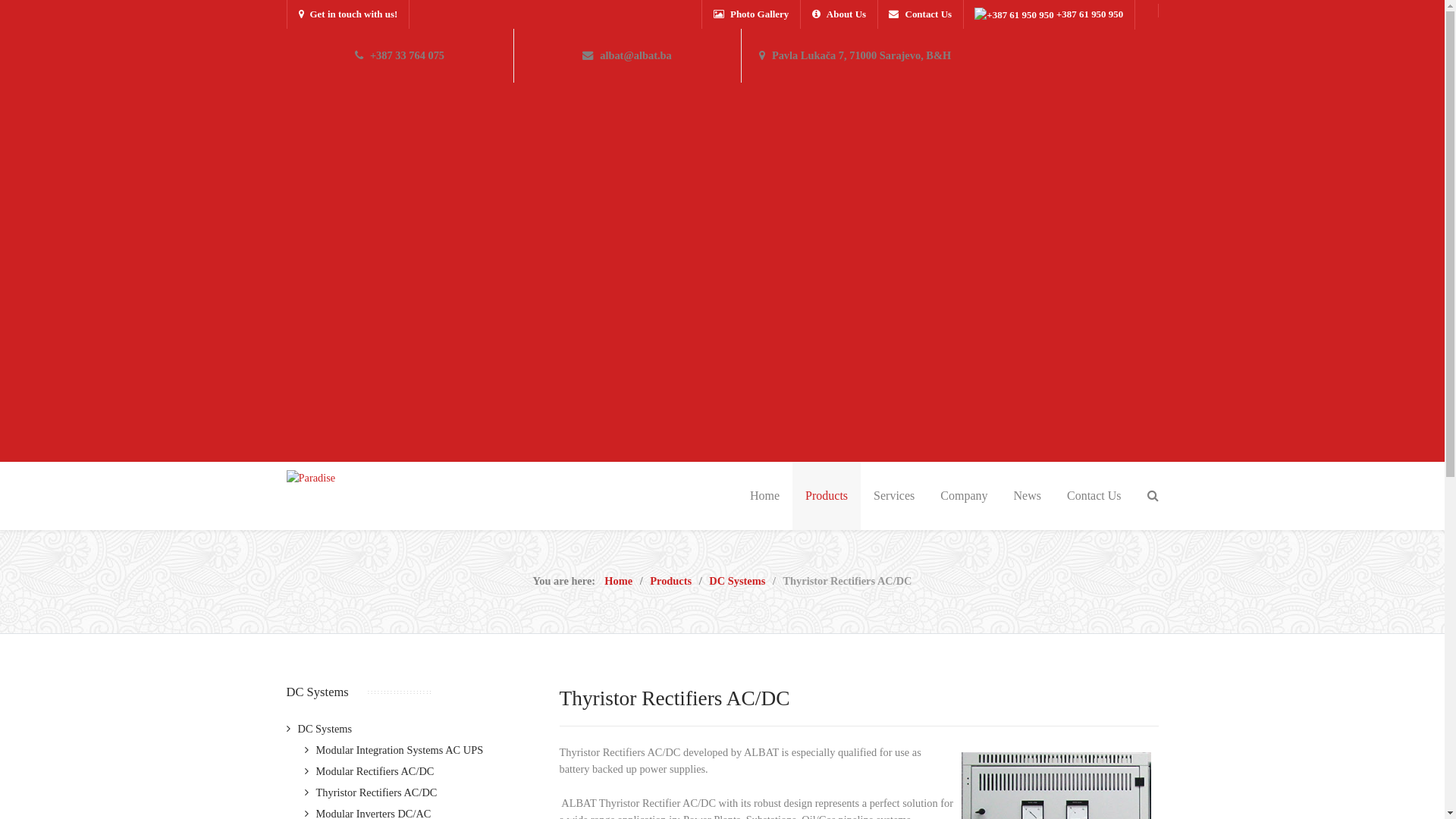 Image resolution: width=1456 pixels, height=819 pixels. Describe the element at coordinates (927, 496) in the screenshot. I see `'Company'` at that location.